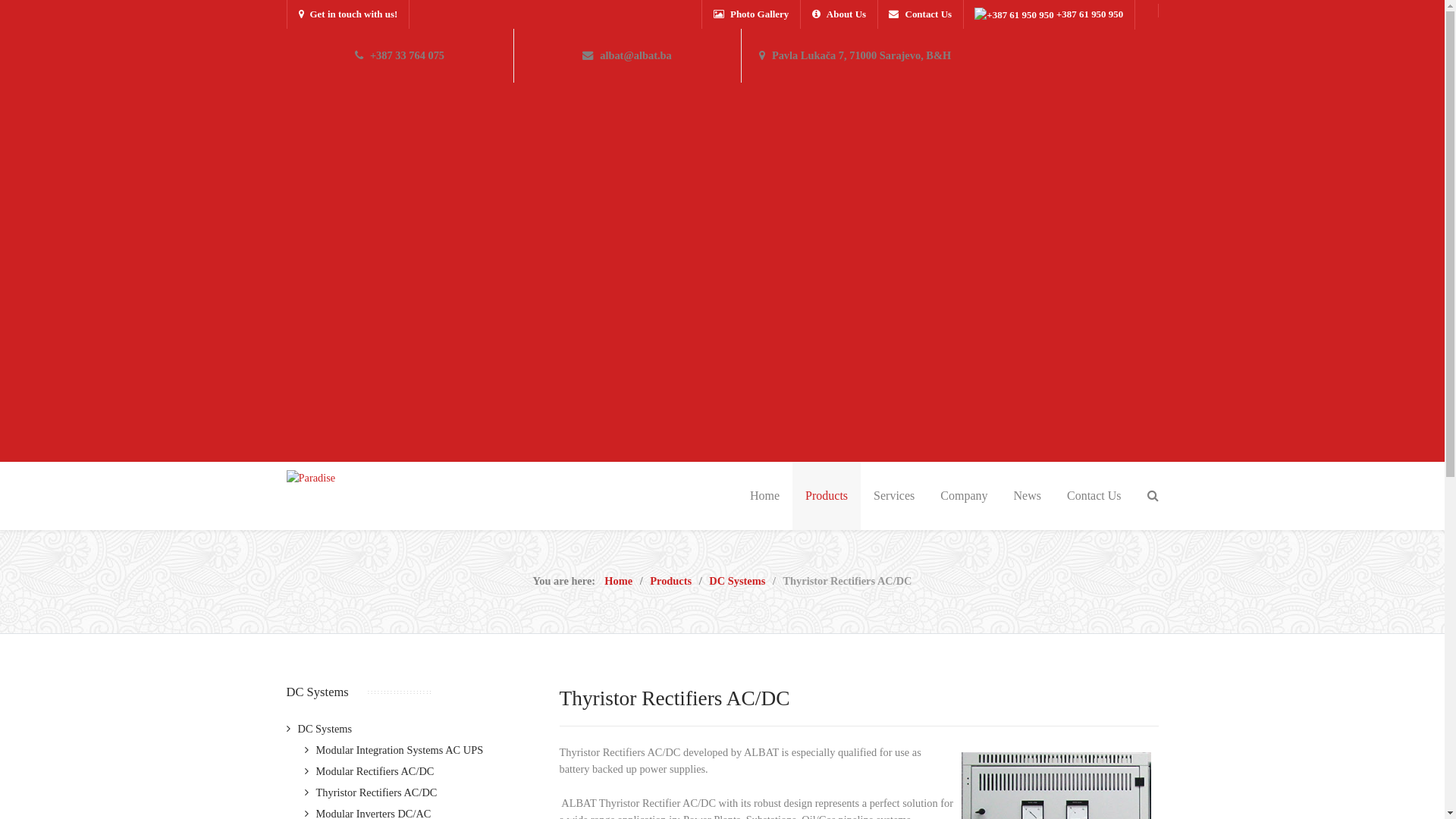 Image resolution: width=1456 pixels, height=819 pixels. Describe the element at coordinates (927, 496) in the screenshot. I see `'Company'` at that location.